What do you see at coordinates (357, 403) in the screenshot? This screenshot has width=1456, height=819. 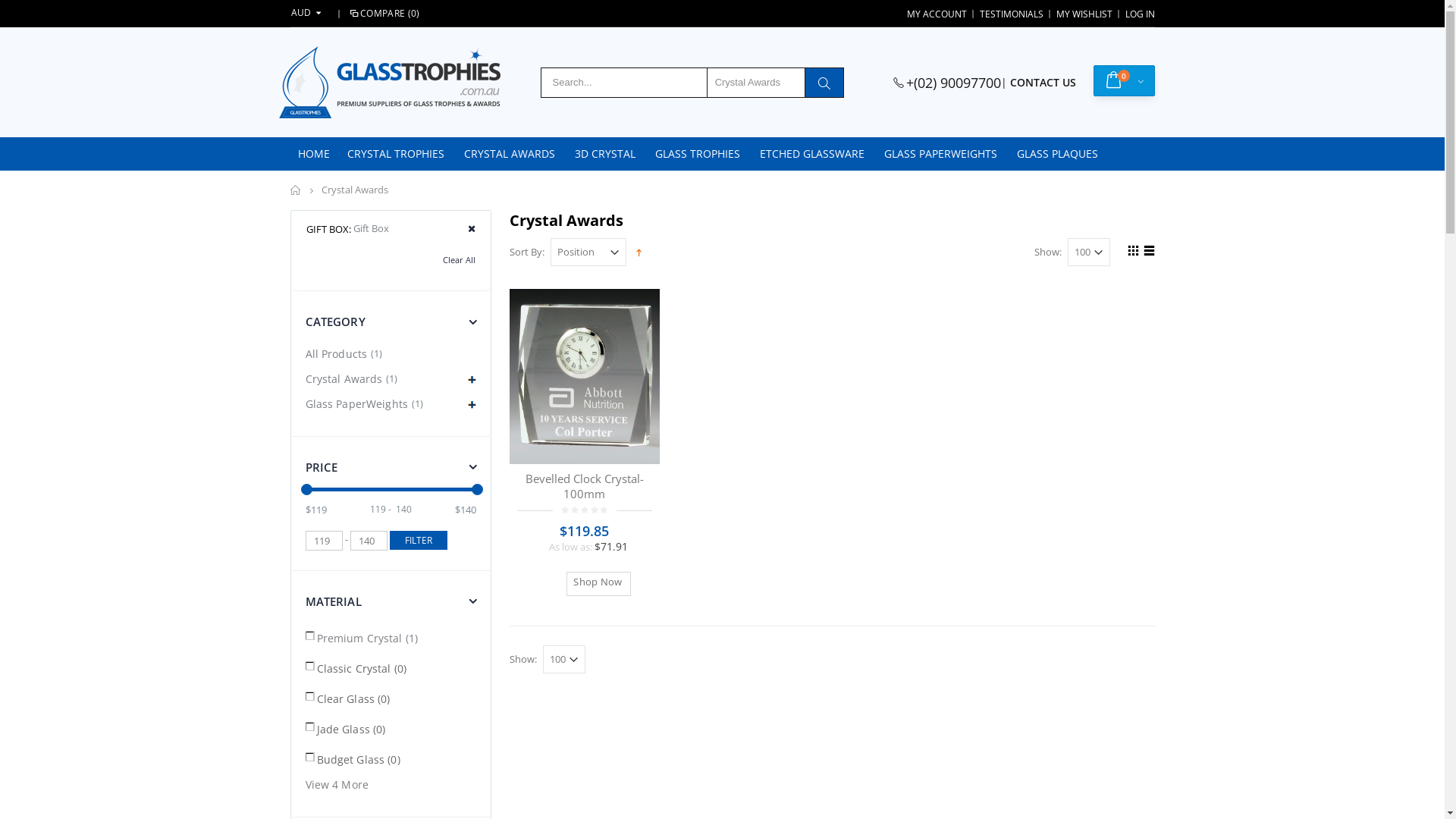 I see `'Glass PaperWeights'` at bounding box center [357, 403].